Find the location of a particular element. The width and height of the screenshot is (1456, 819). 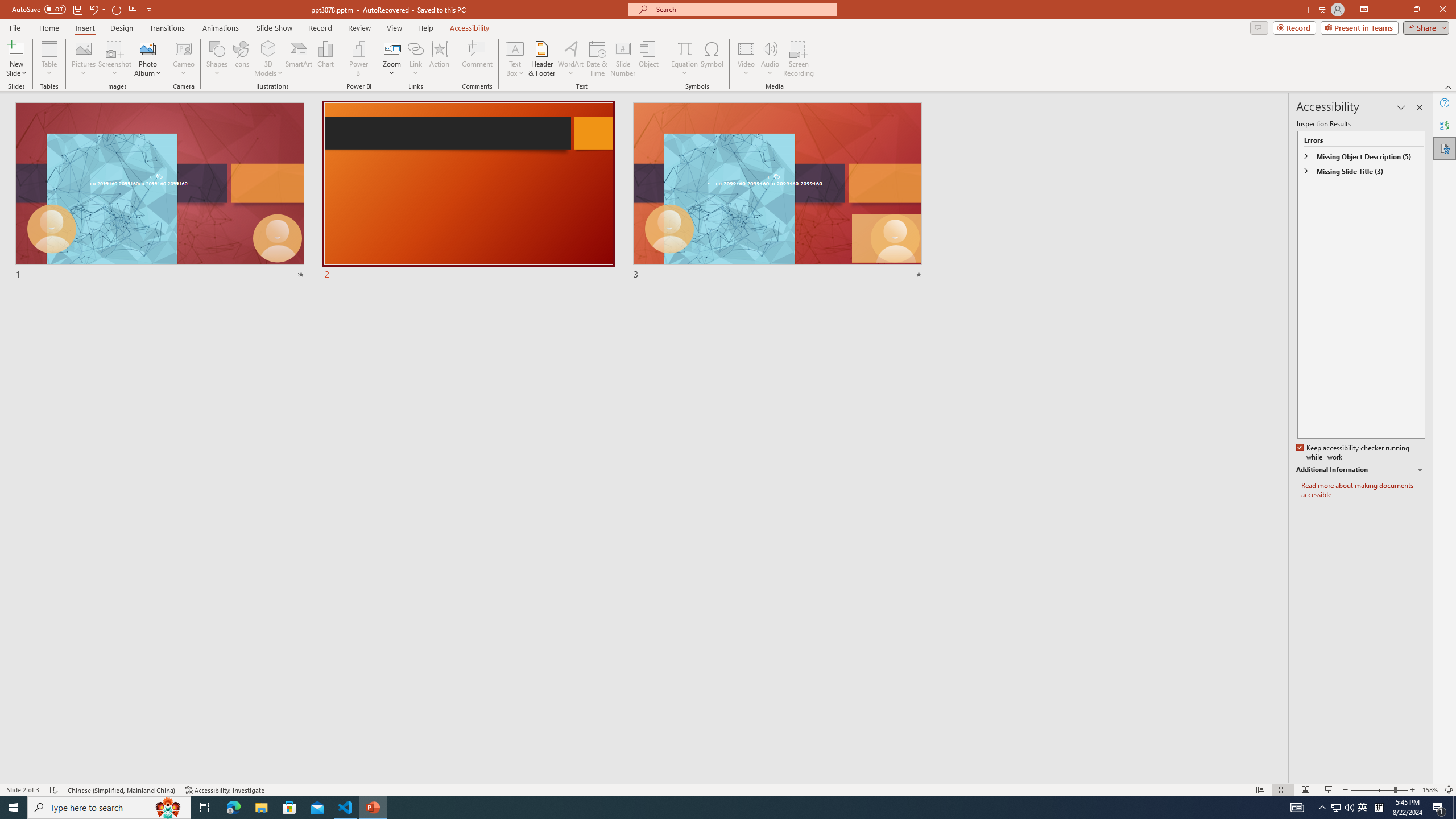

'Draw Horizontal Text Box' is located at coordinates (515, 48).